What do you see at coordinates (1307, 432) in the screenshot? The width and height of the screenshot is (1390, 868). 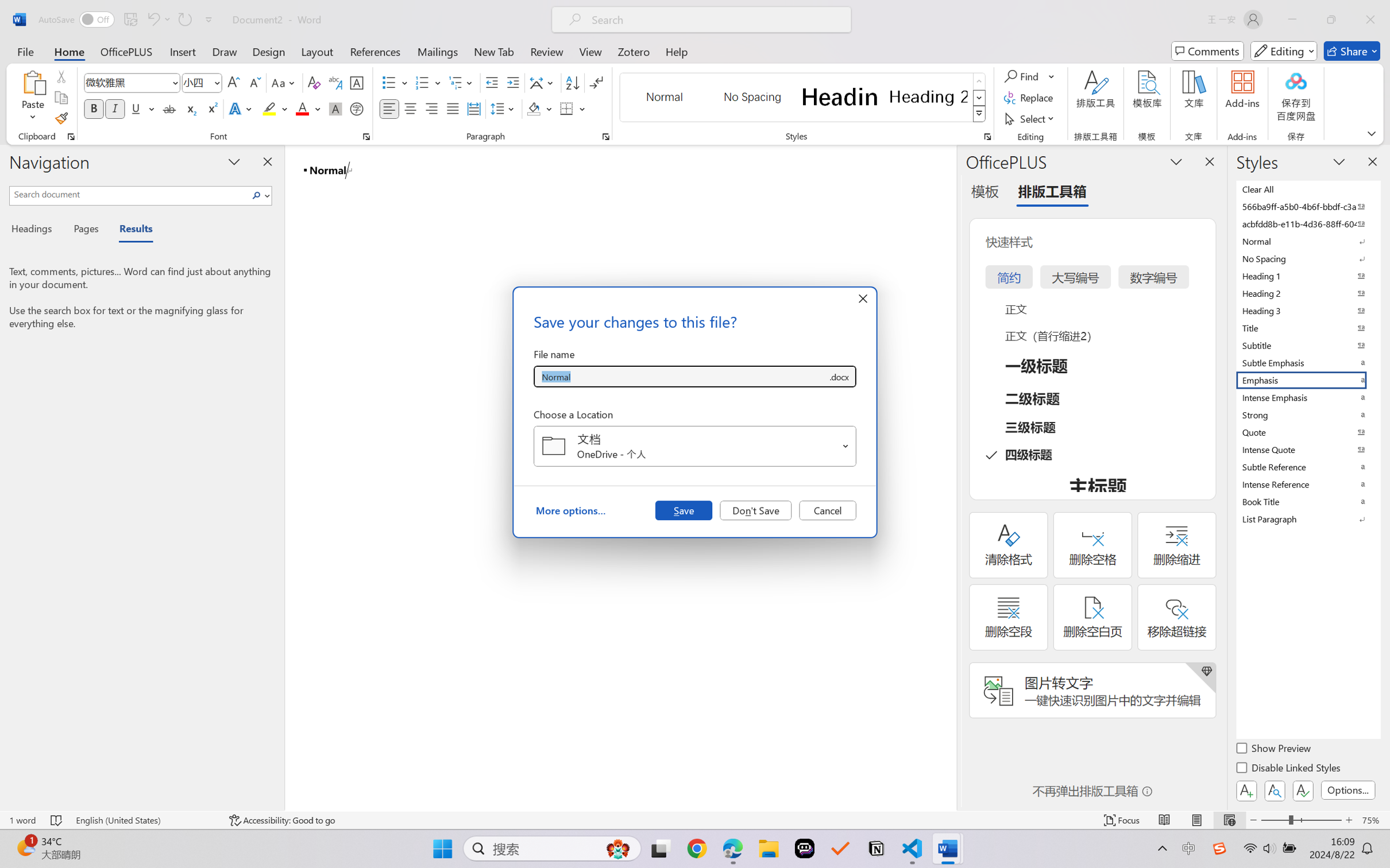 I see `'Quote'` at bounding box center [1307, 432].